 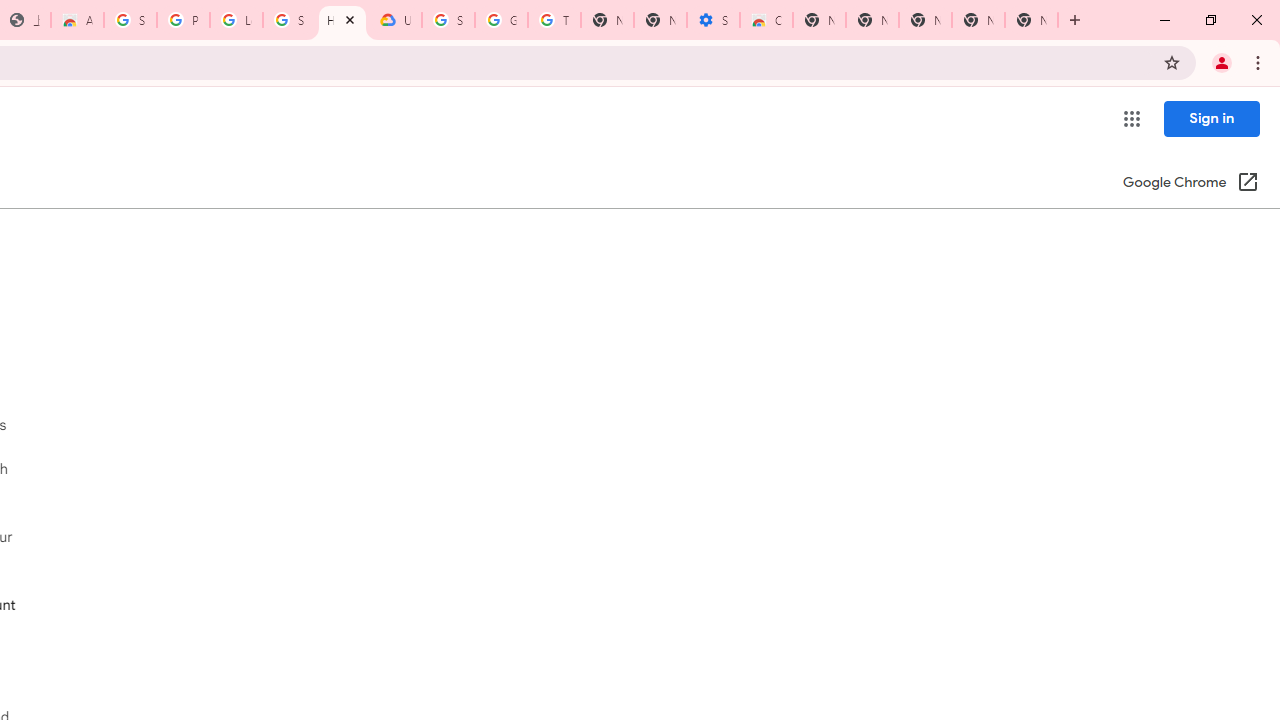 I want to click on 'Sign in - Google Accounts', so click(x=129, y=20).